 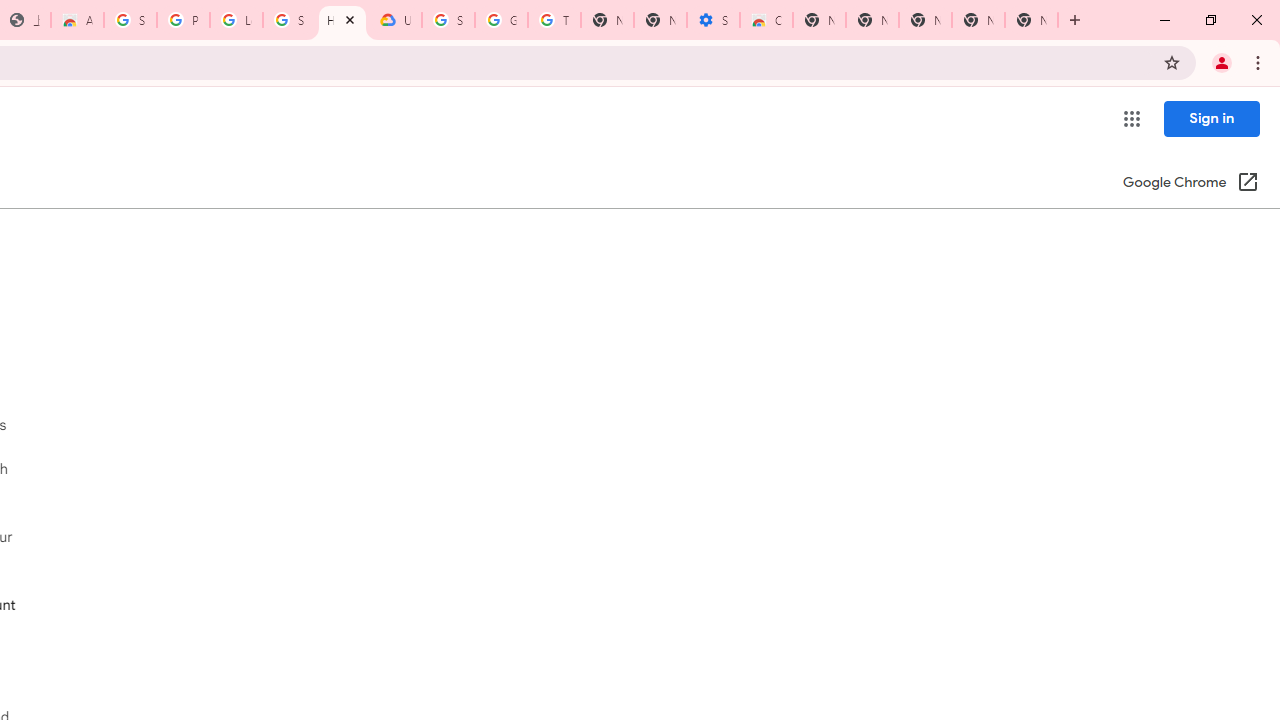 I want to click on 'Sign in - Google Accounts', so click(x=129, y=20).